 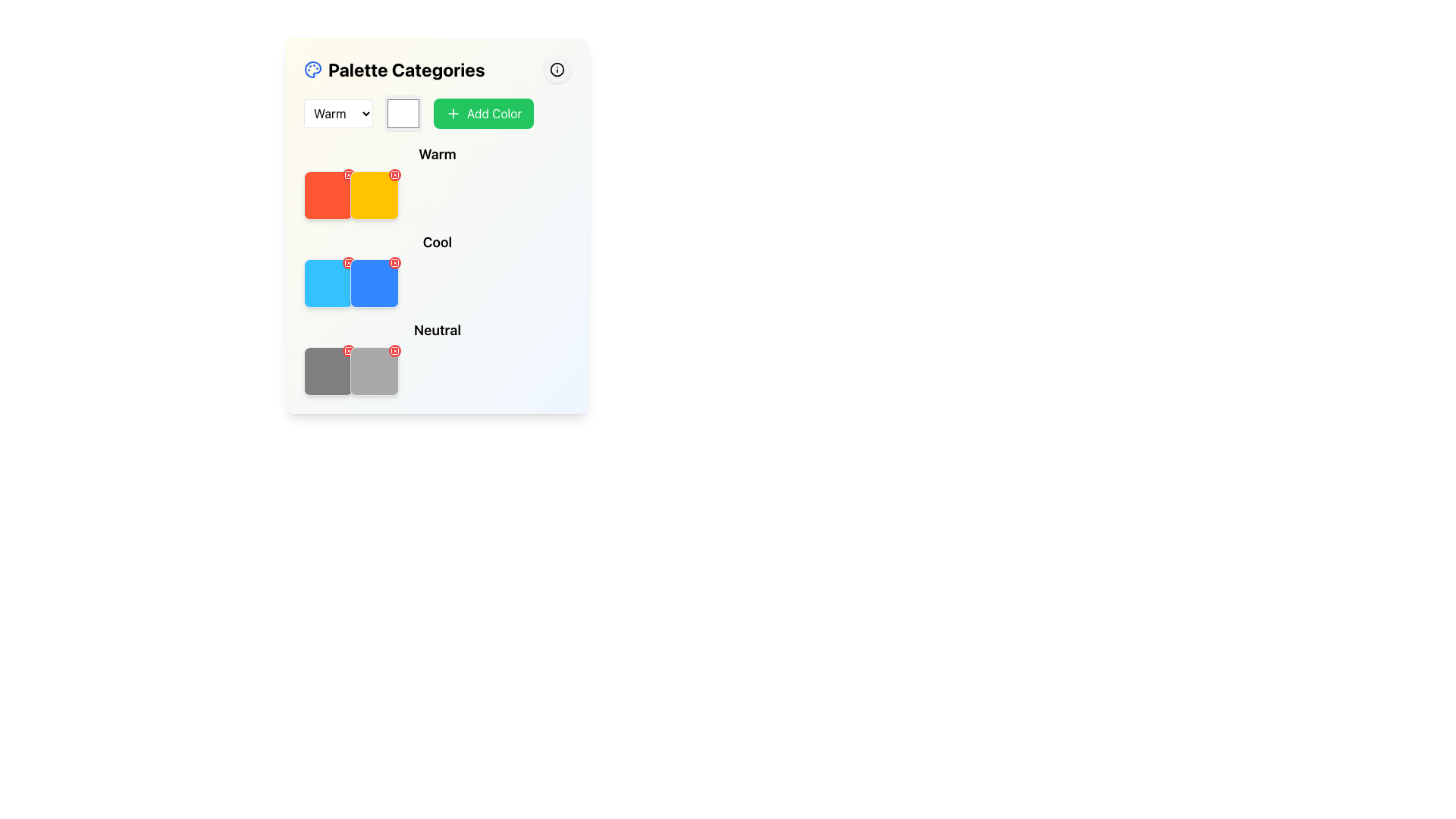 I want to click on the circular red button with a white 'X' icon in the top-right corner of the last tile in the 'Neutral' row, so click(x=395, y=350).